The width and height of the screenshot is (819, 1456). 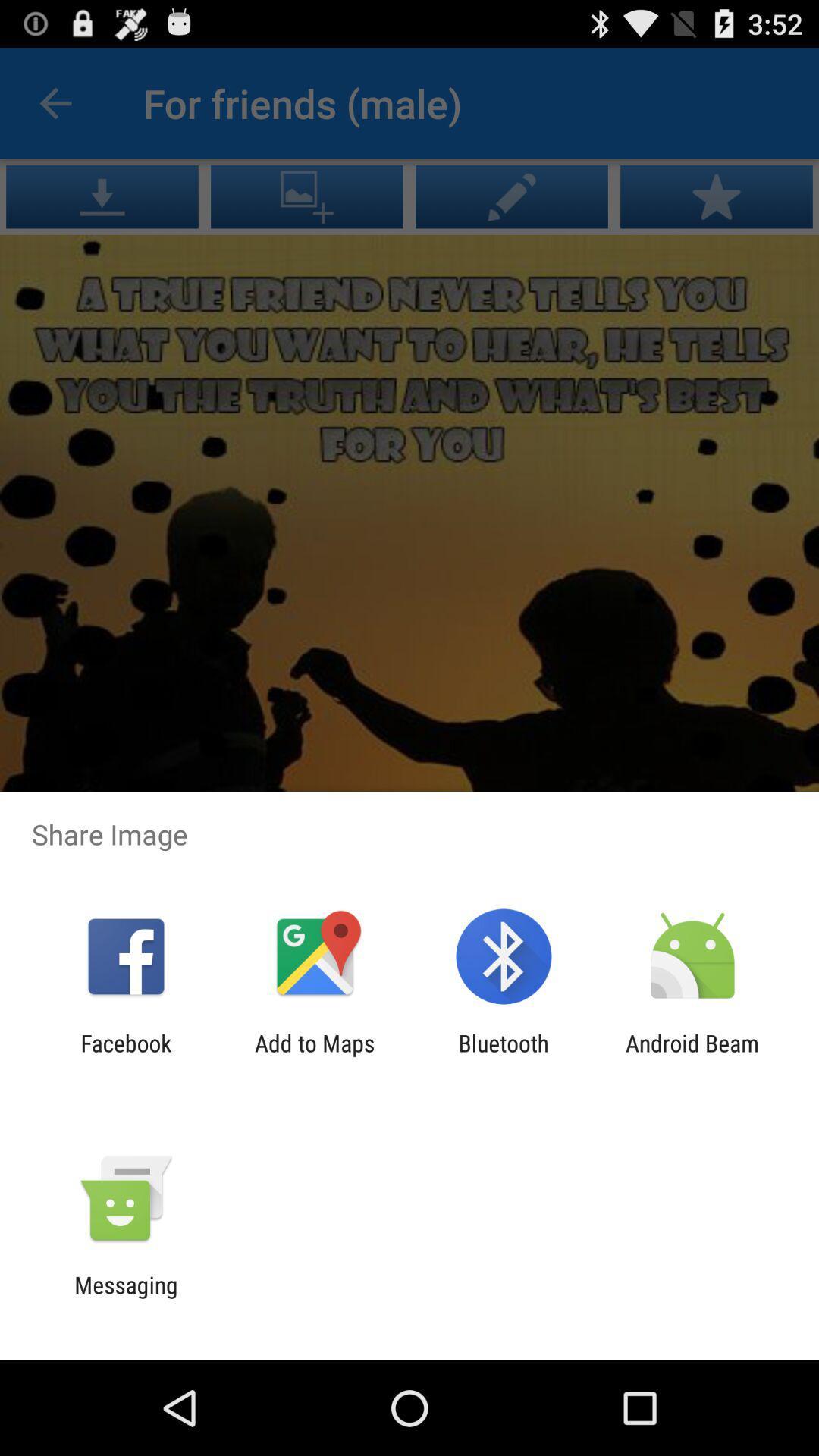 I want to click on the bluetooth item, so click(x=504, y=1056).